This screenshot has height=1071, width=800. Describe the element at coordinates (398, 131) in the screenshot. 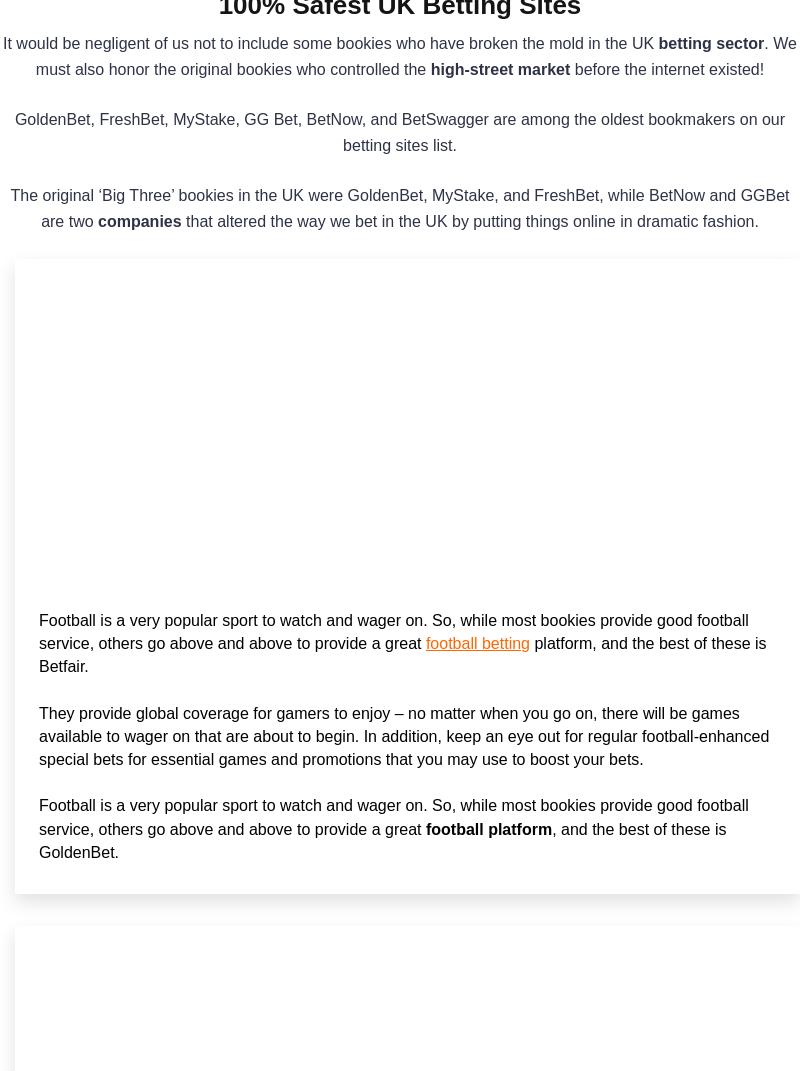

I see `'GoldenBet, FreshBet, MyStake, GG Bet, BetNow, and BetSwagger are among the oldest bookmakers on our betting sites list.'` at that location.